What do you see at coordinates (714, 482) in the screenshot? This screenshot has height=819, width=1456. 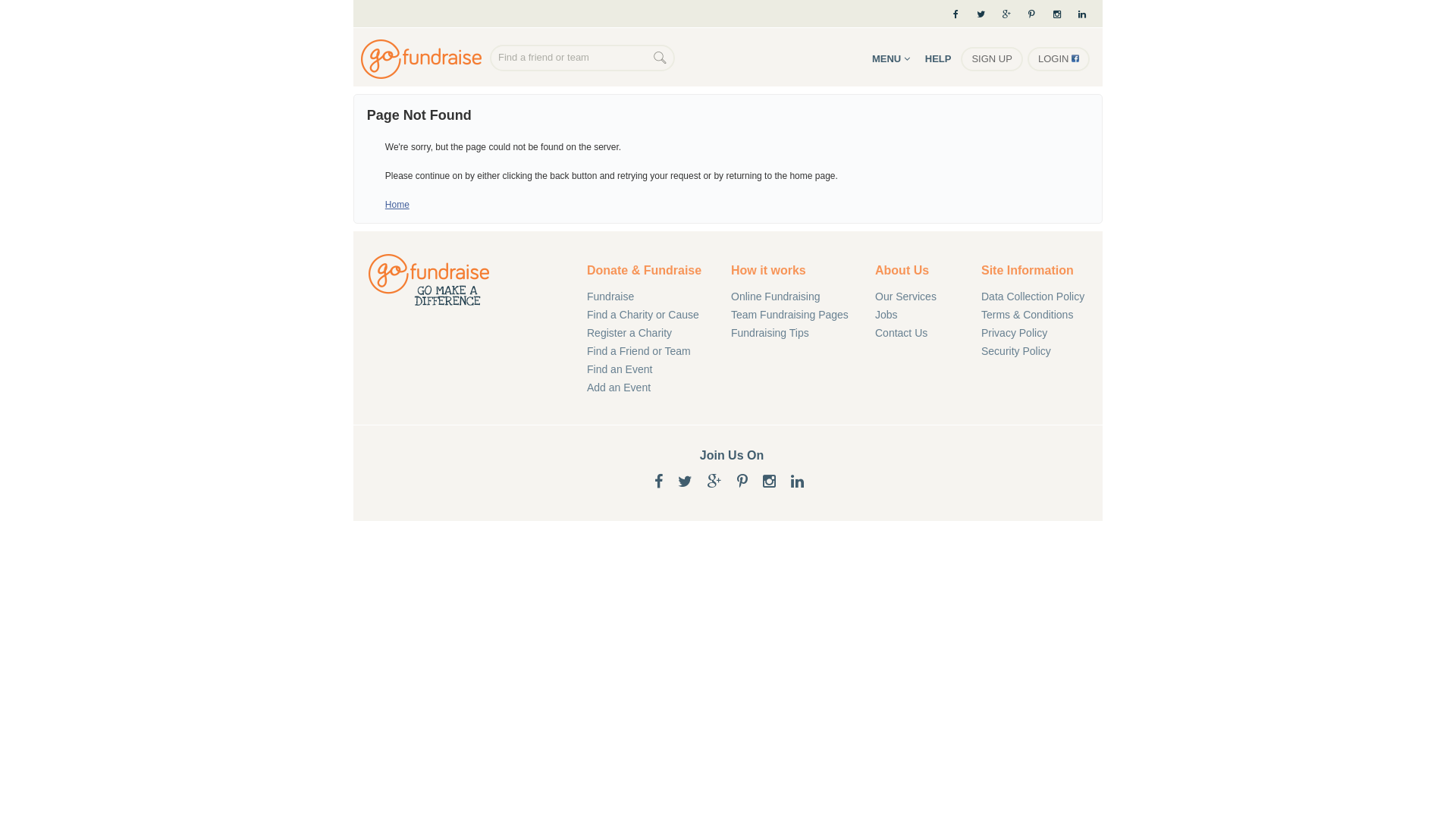 I see `'Google+'` at bounding box center [714, 482].